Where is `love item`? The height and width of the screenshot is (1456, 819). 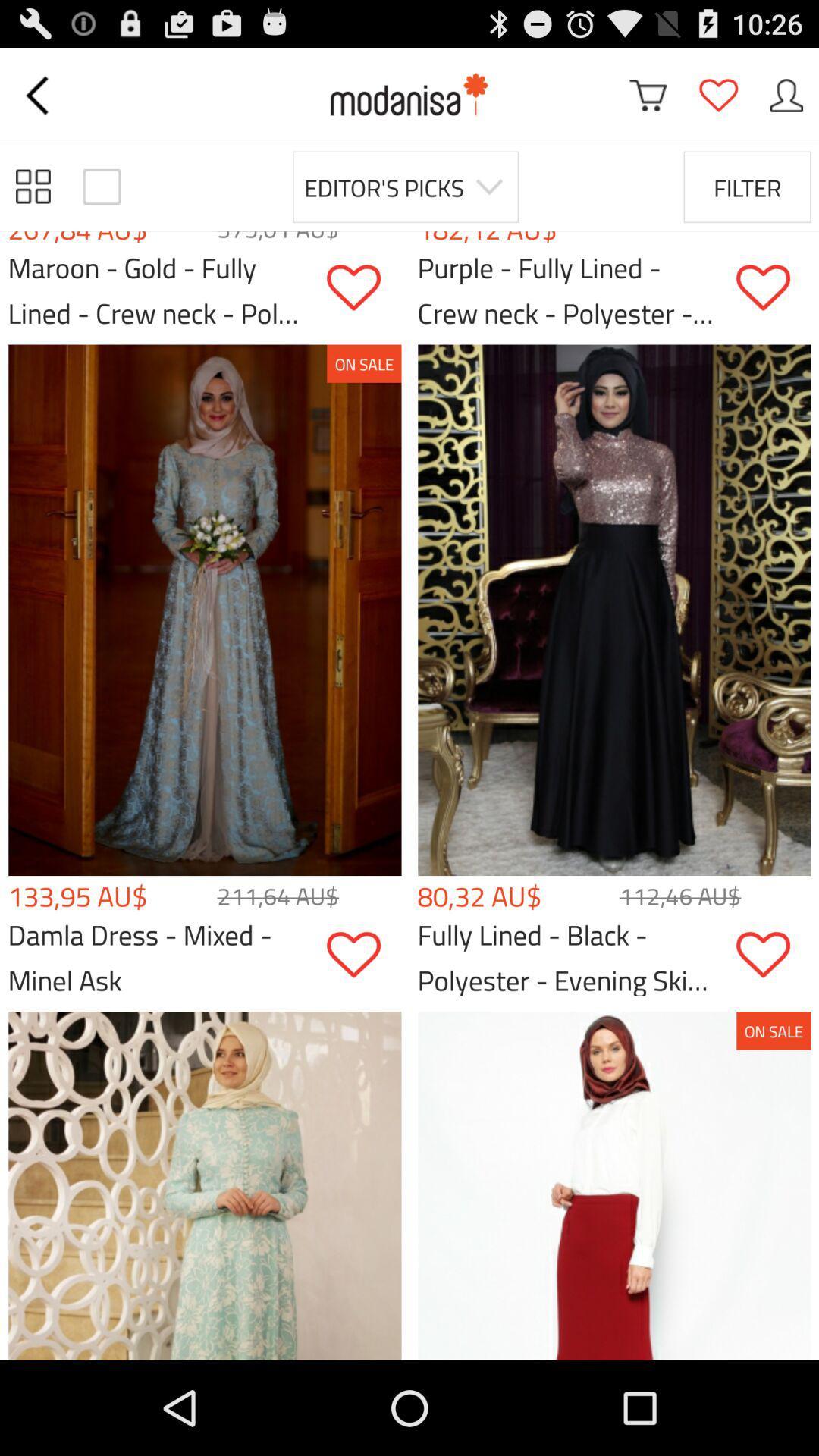 love item is located at coordinates (363, 954).